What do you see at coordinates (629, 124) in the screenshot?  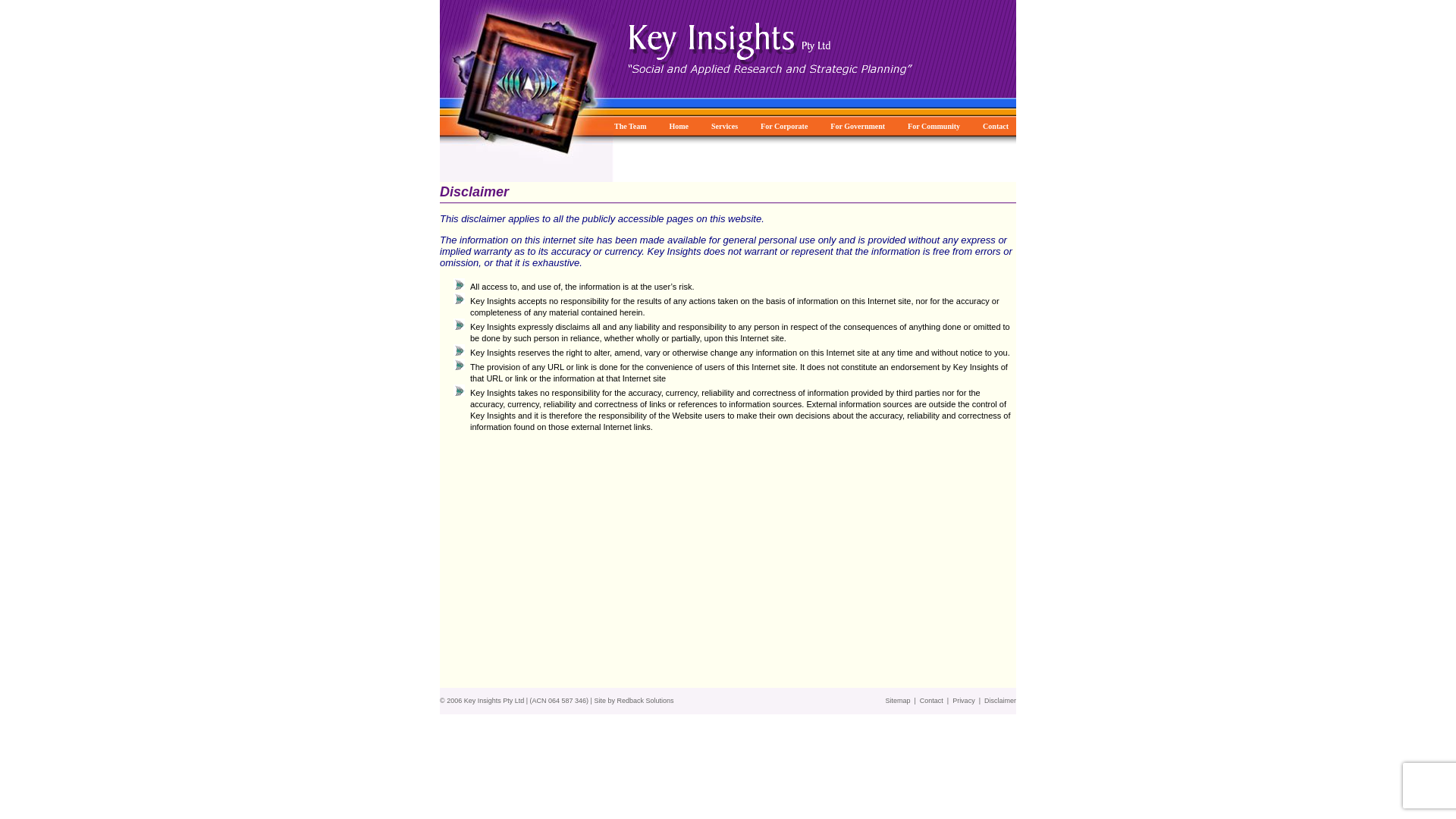 I see `'The Team'` at bounding box center [629, 124].